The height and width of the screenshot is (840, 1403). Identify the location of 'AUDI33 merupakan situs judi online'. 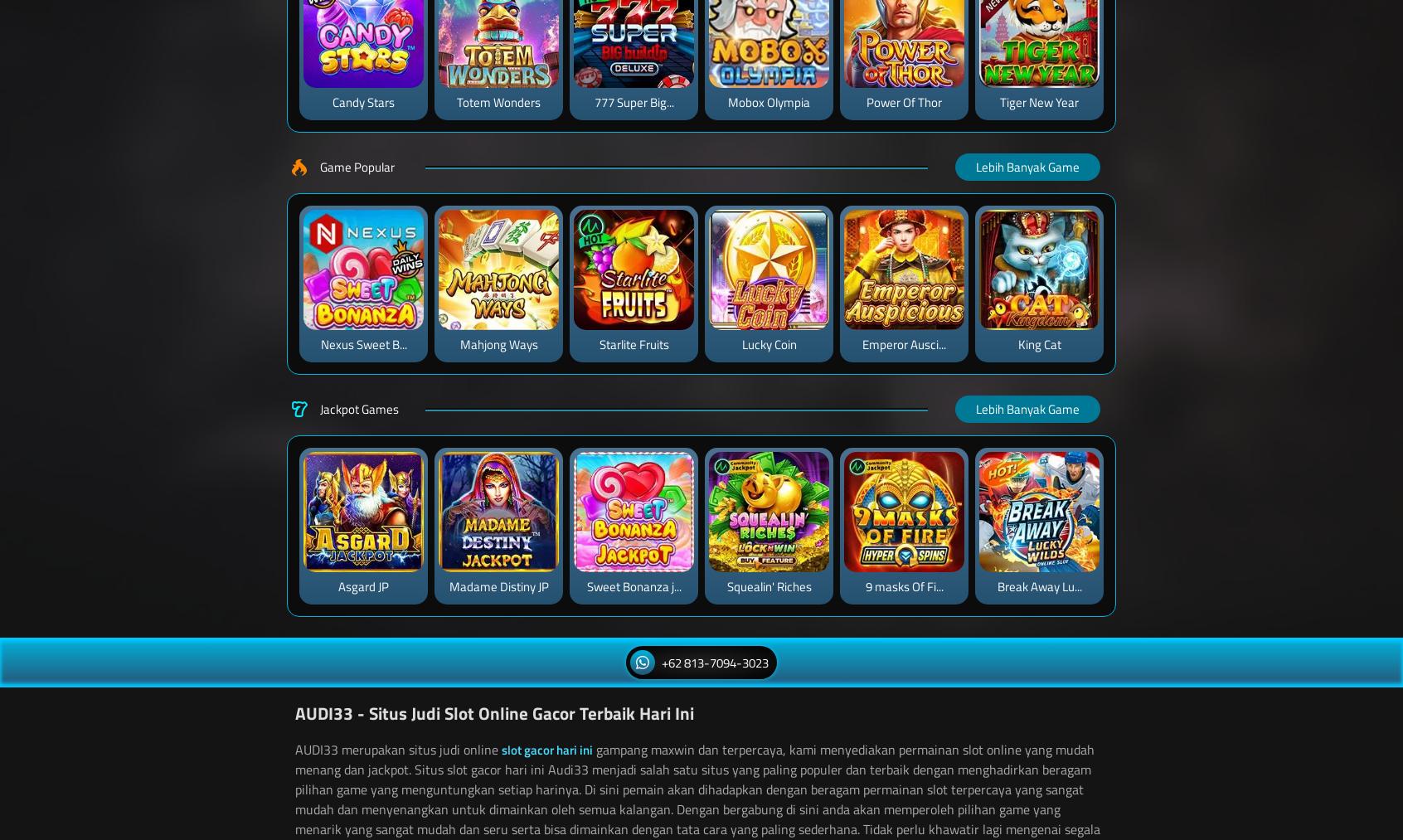
(397, 747).